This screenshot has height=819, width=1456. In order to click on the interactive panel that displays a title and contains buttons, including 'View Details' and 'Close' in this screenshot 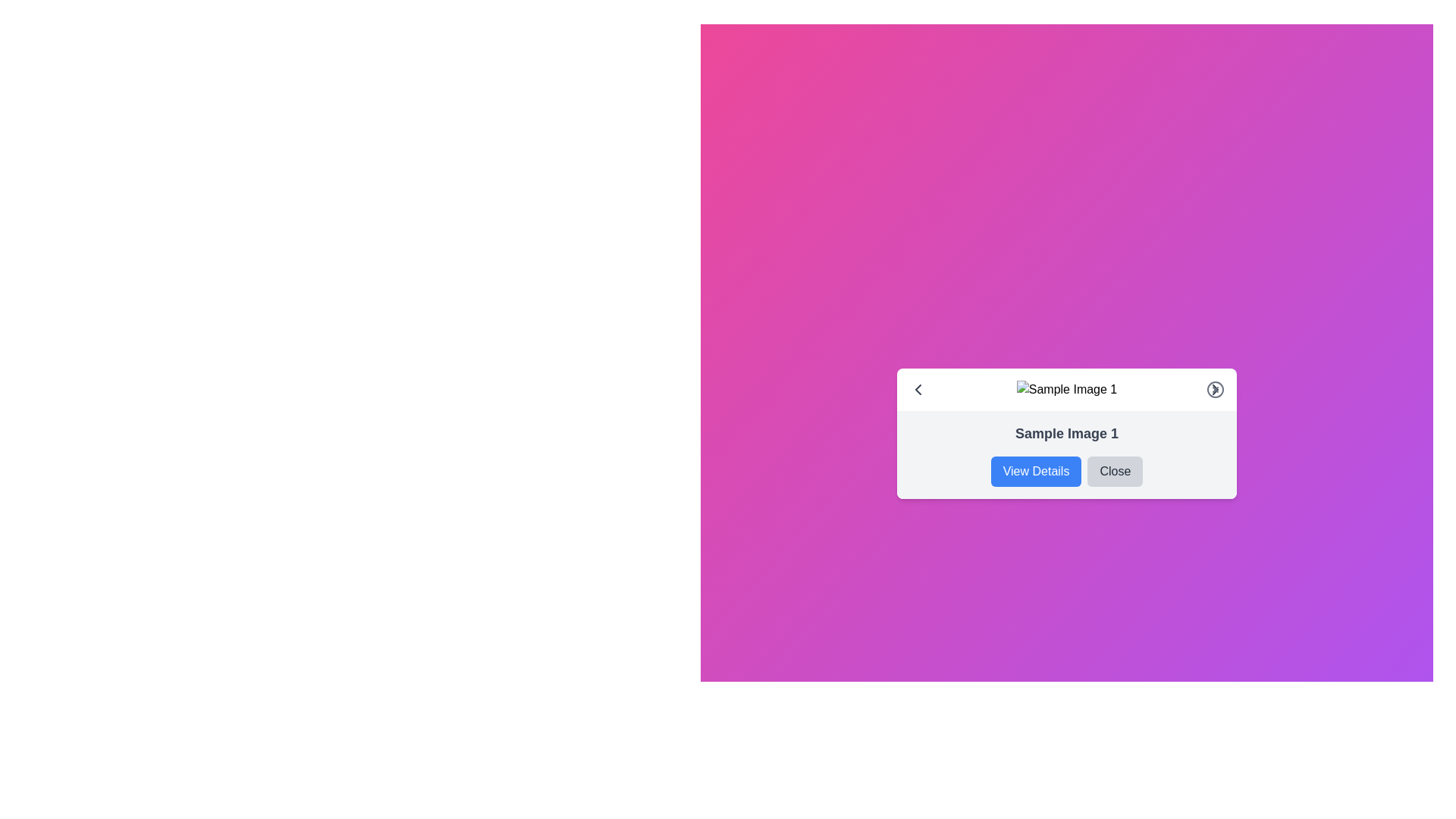, I will do `click(1065, 454)`.